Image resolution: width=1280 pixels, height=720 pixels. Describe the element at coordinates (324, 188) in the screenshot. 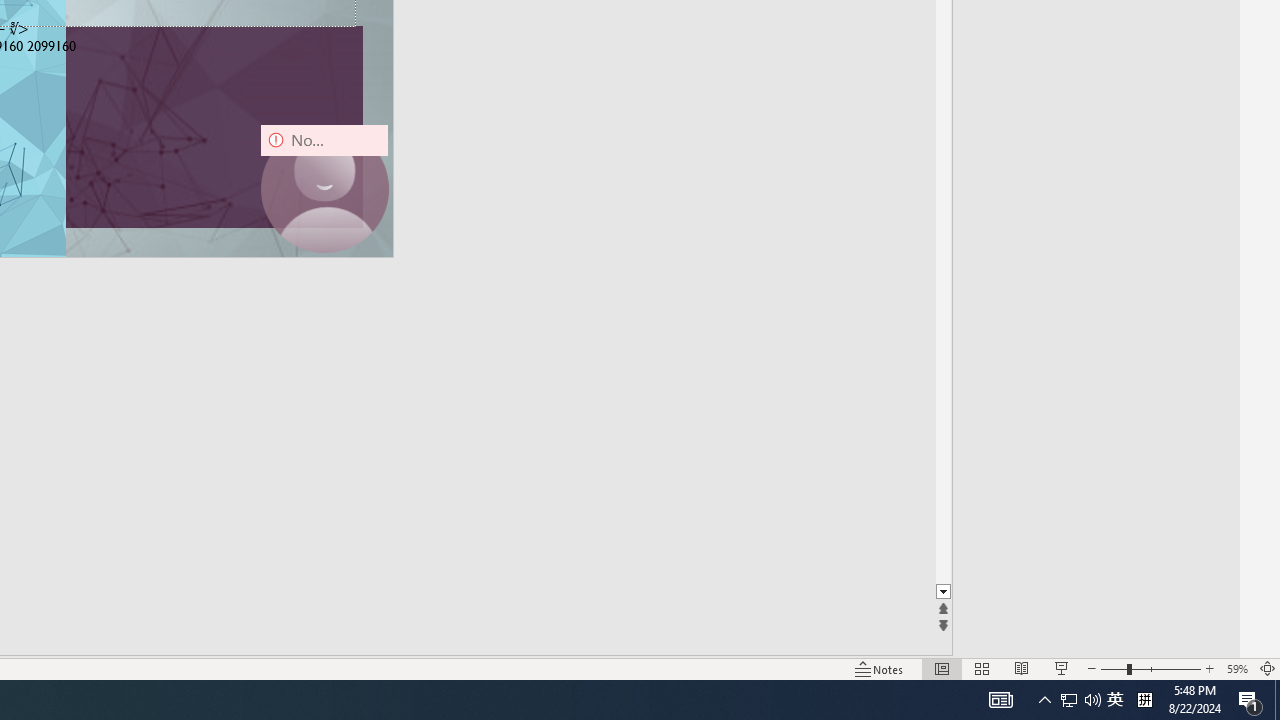

I see `'Camera 16, No camera detected.'` at that location.